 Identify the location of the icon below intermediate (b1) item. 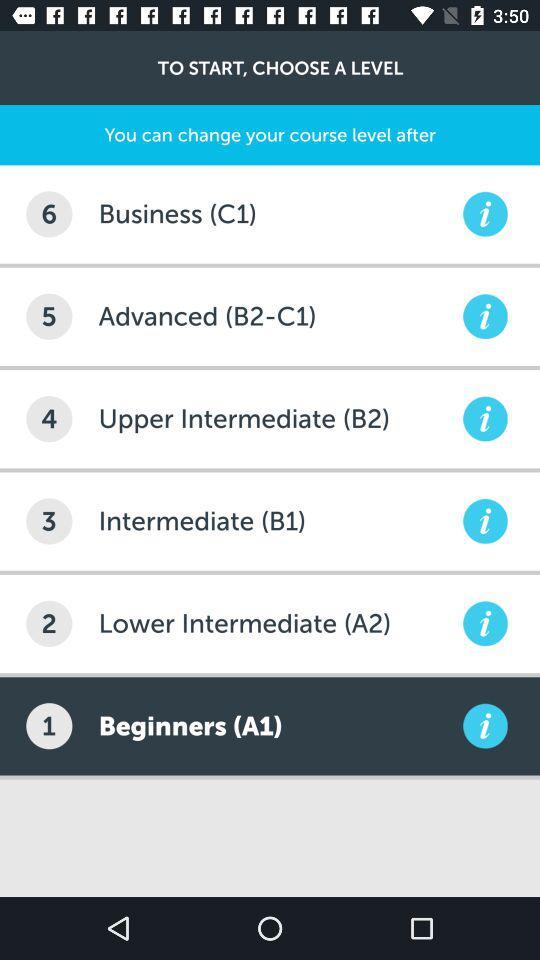
(277, 622).